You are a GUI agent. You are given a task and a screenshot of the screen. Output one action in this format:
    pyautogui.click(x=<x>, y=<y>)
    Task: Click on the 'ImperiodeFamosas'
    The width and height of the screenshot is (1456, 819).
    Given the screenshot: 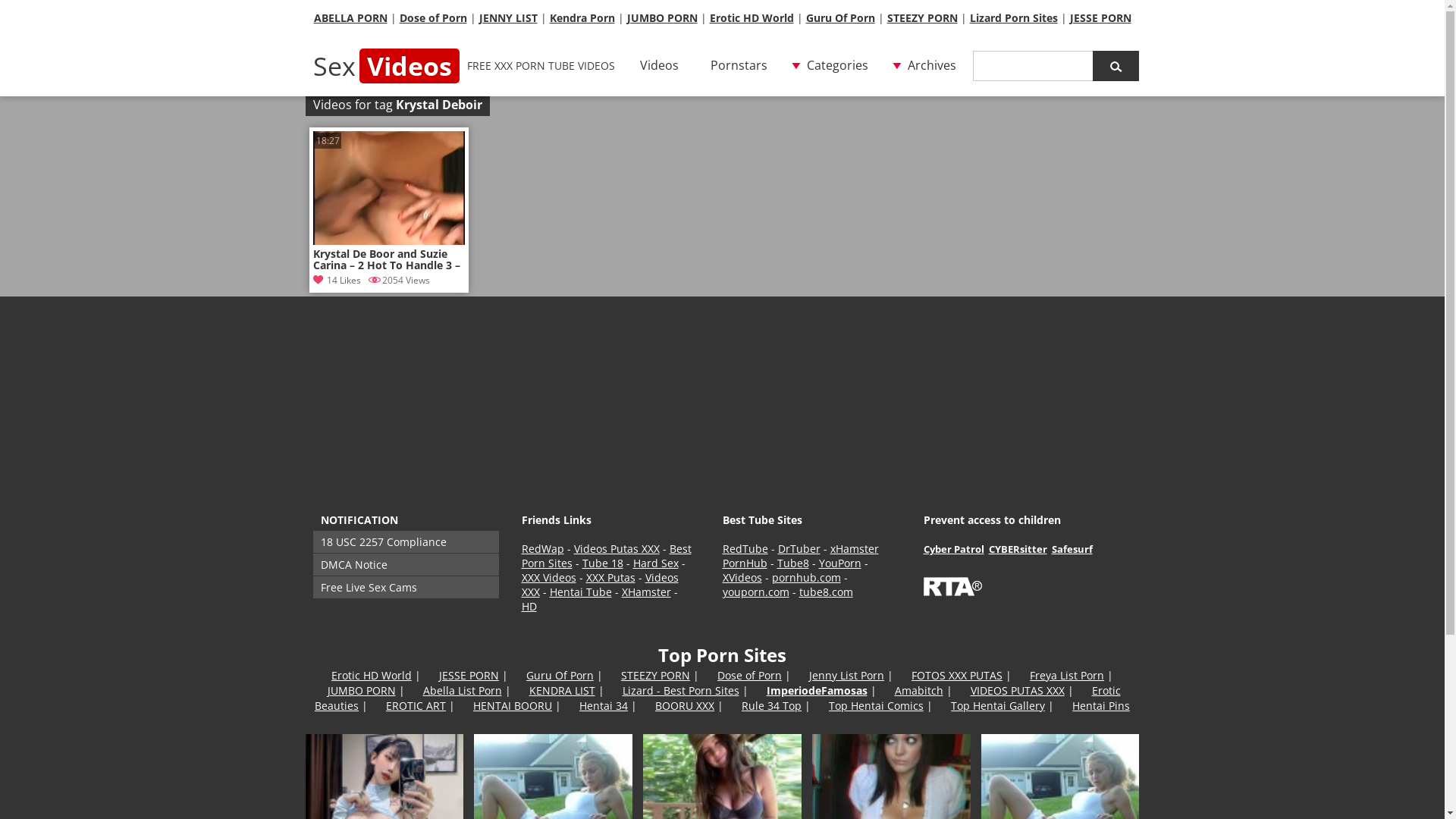 What is the action you would take?
    pyautogui.click(x=765, y=690)
    